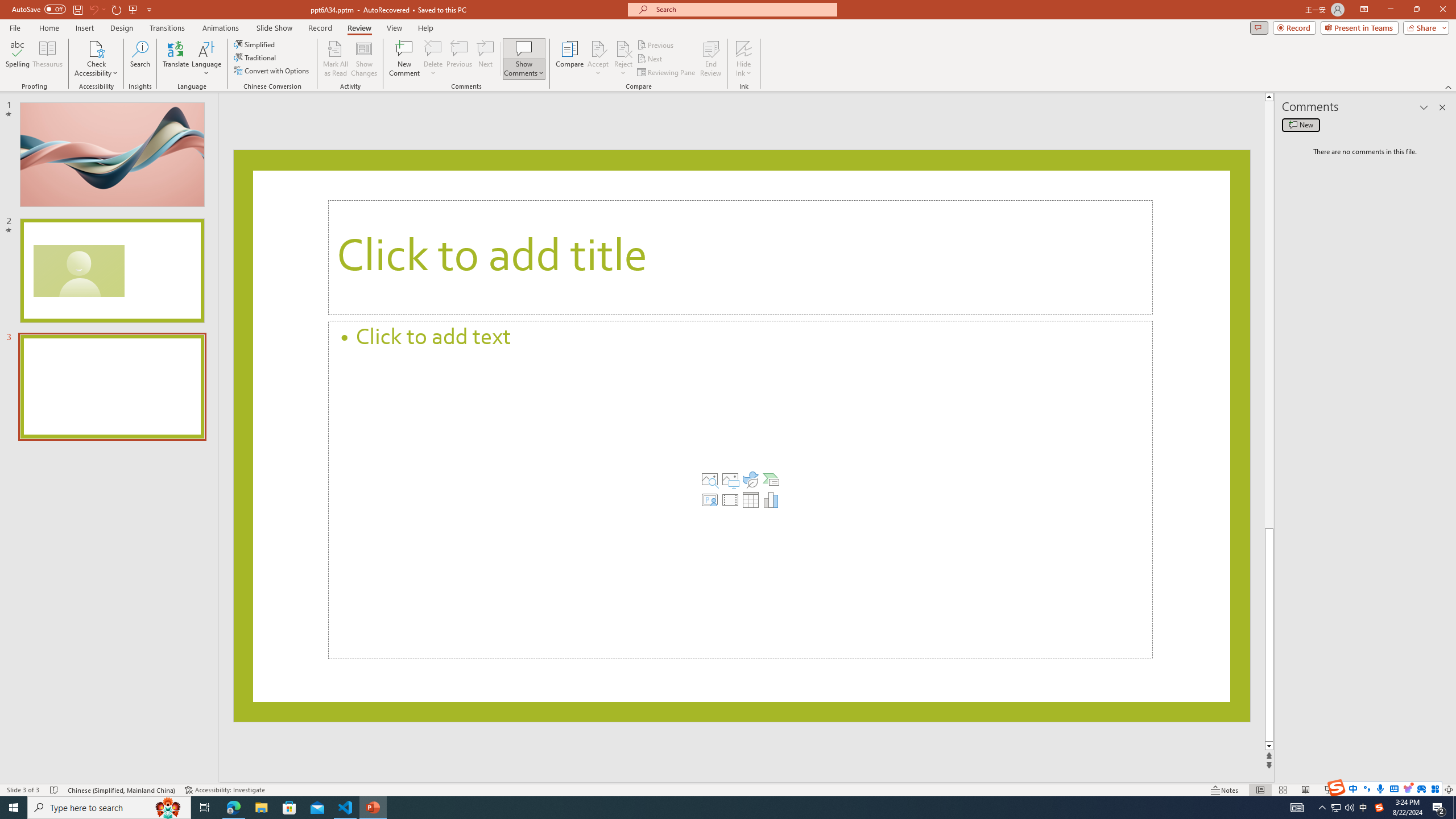  I want to click on 'Delete', so click(433, 48).